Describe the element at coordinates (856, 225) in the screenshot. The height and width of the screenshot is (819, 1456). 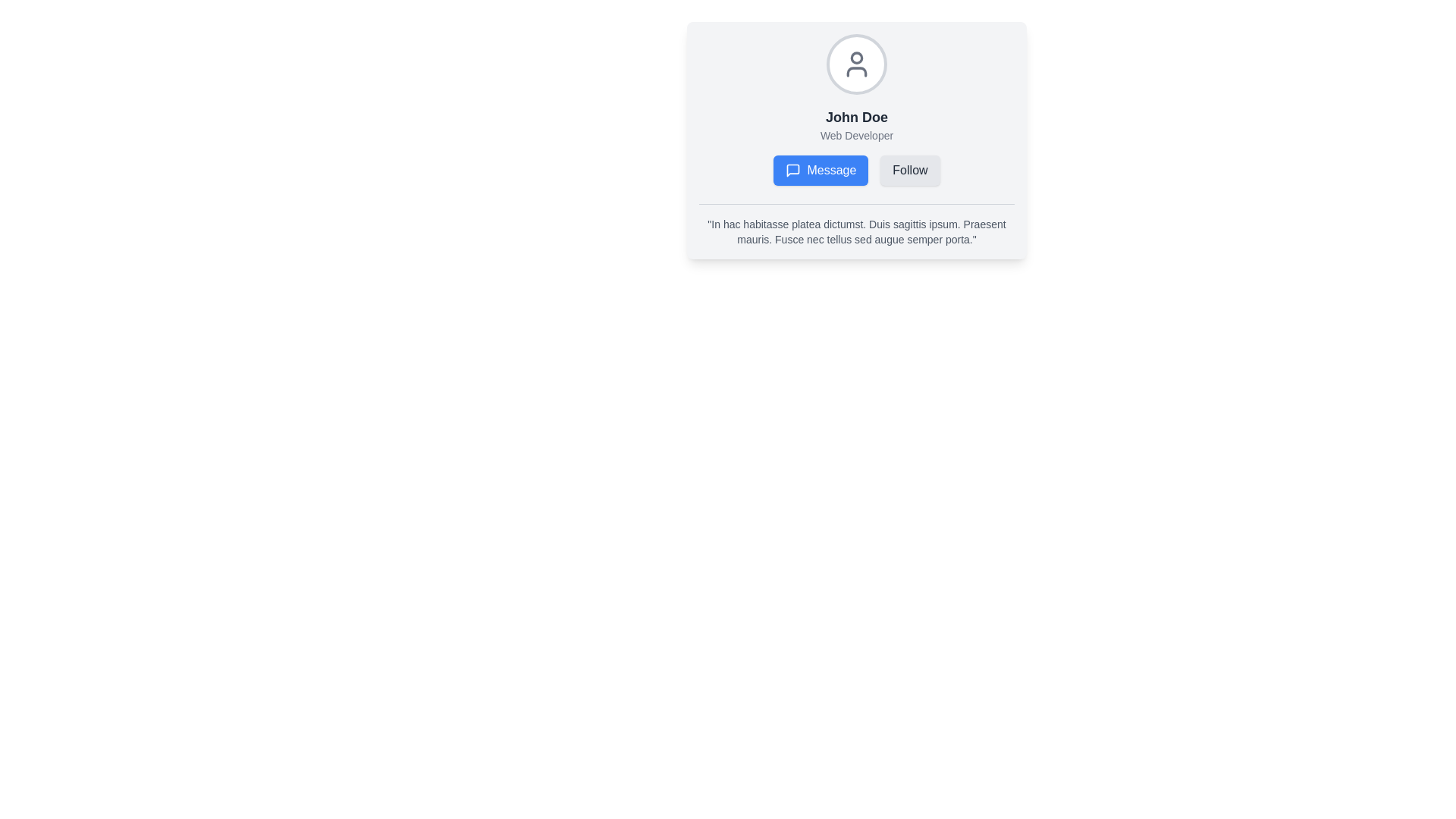
I see `the Text block at the bottom of the user information card, which features gray text and is separated by a divider line from the action buttons above` at that location.